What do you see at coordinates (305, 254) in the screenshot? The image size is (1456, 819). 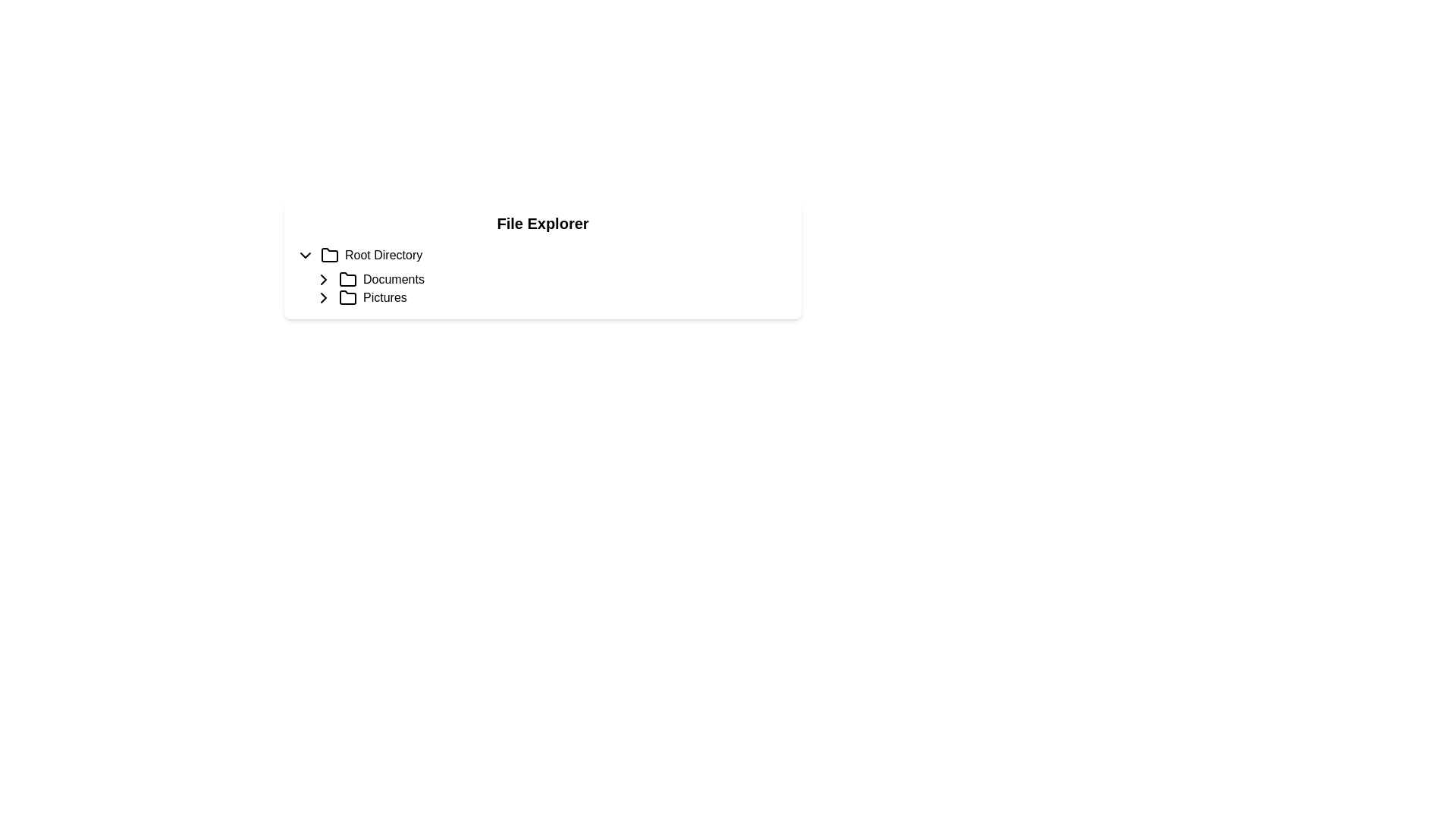 I see `the chevron icon located at the top-left of the 'Root Directory' row` at bounding box center [305, 254].